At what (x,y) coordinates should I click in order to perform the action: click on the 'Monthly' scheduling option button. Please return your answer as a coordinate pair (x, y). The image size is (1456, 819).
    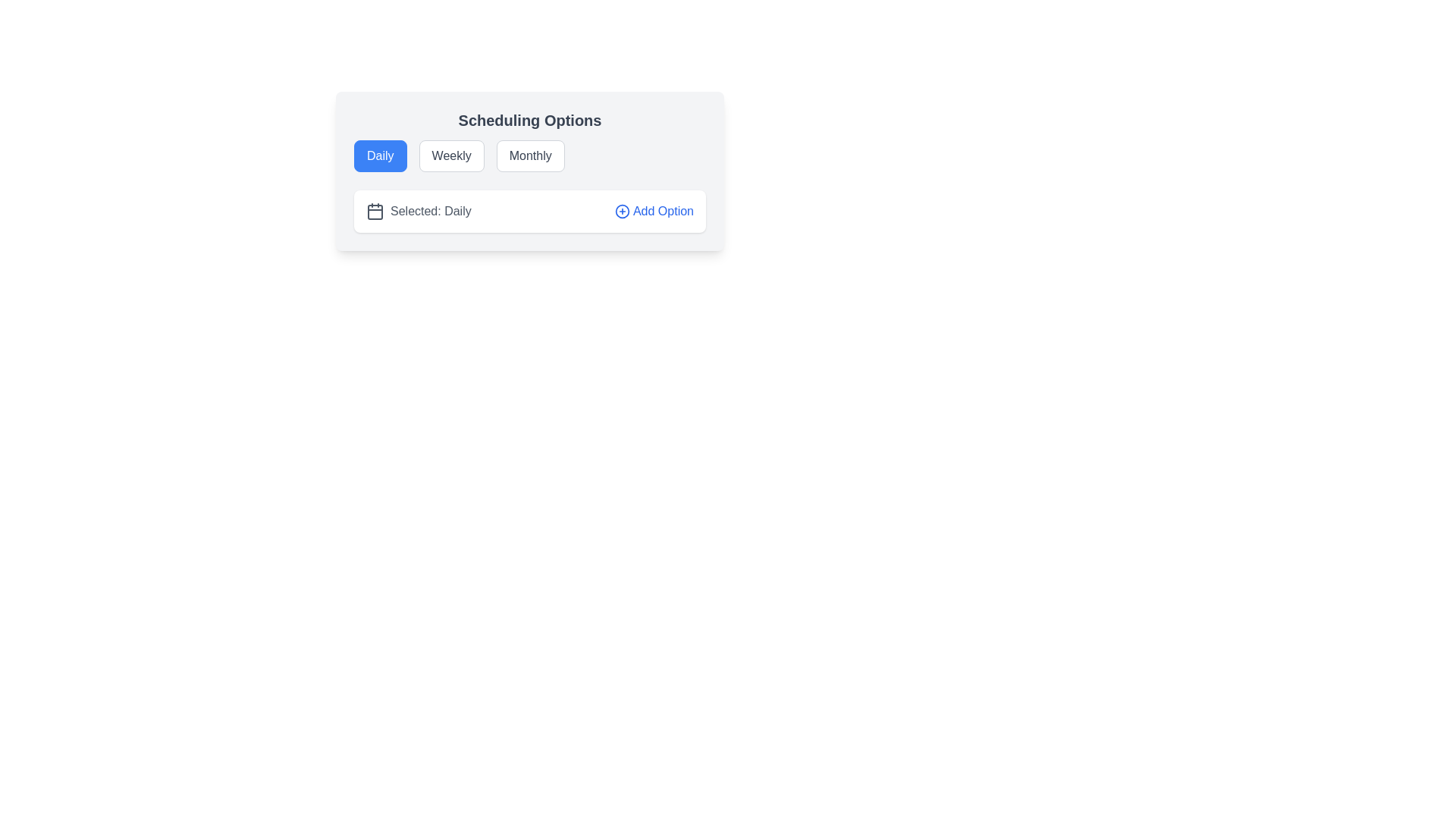
    Looking at the image, I should click on (530, 155).